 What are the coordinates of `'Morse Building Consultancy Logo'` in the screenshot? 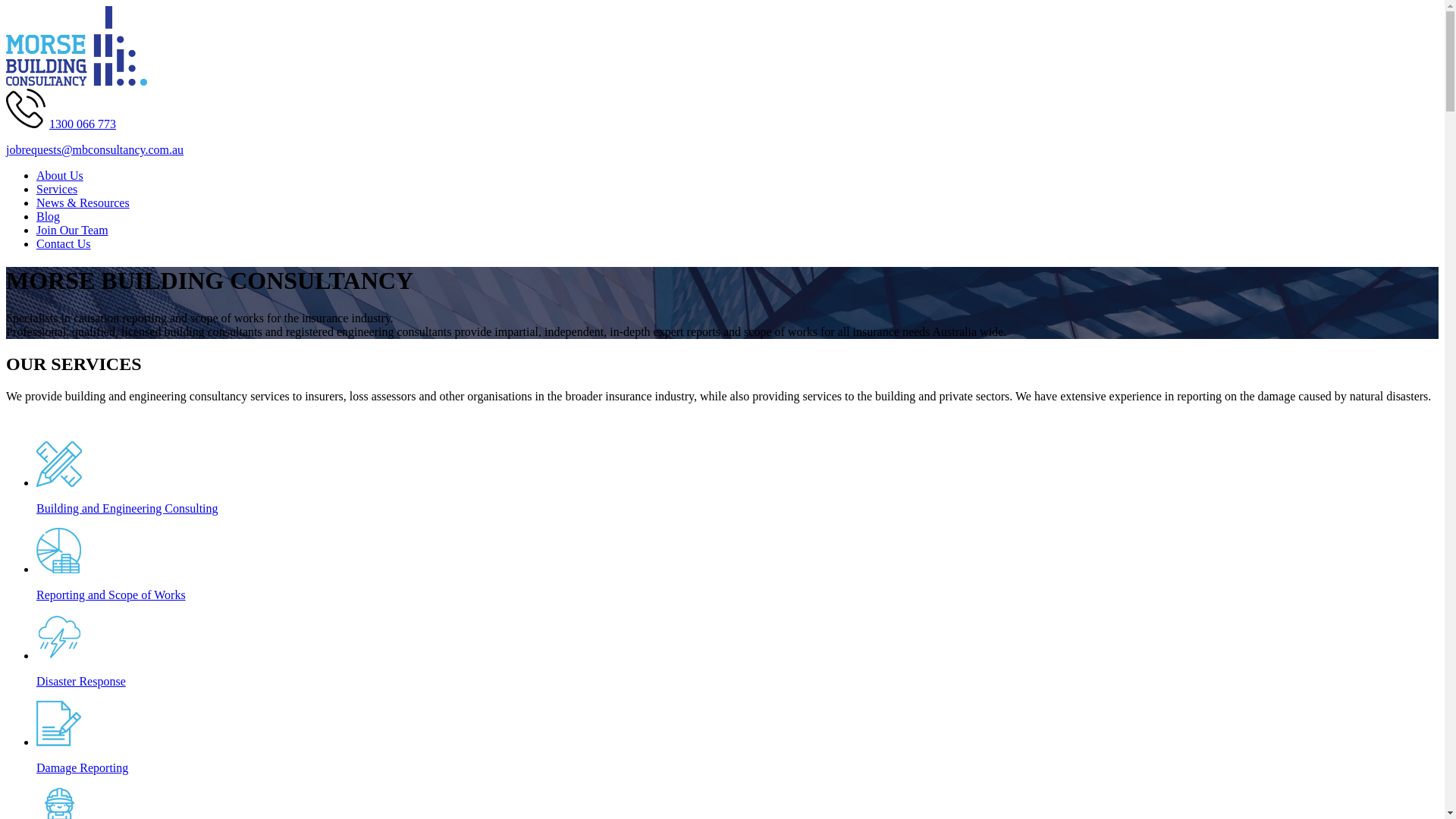 It's located at (75, 45).